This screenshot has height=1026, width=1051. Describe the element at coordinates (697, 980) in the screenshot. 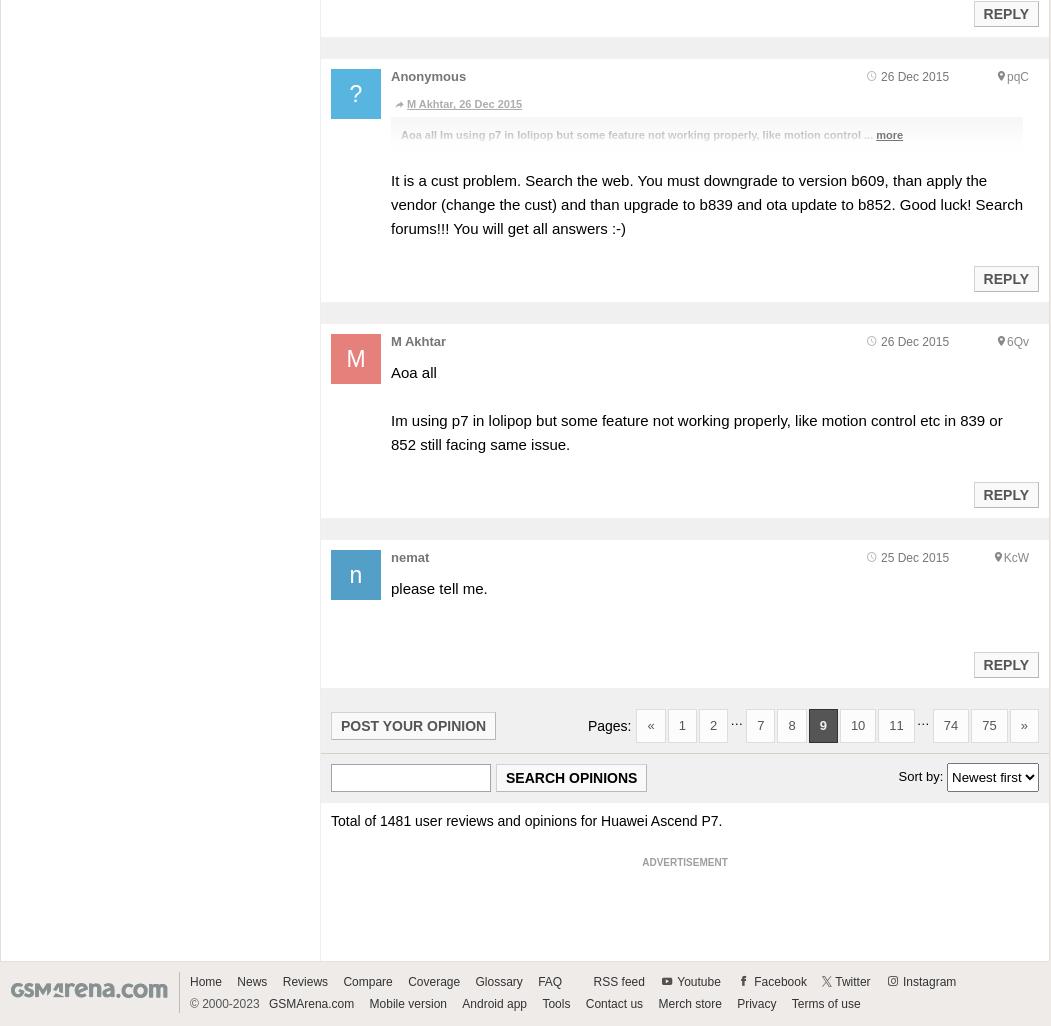

I see `'Youtube'` at that location.